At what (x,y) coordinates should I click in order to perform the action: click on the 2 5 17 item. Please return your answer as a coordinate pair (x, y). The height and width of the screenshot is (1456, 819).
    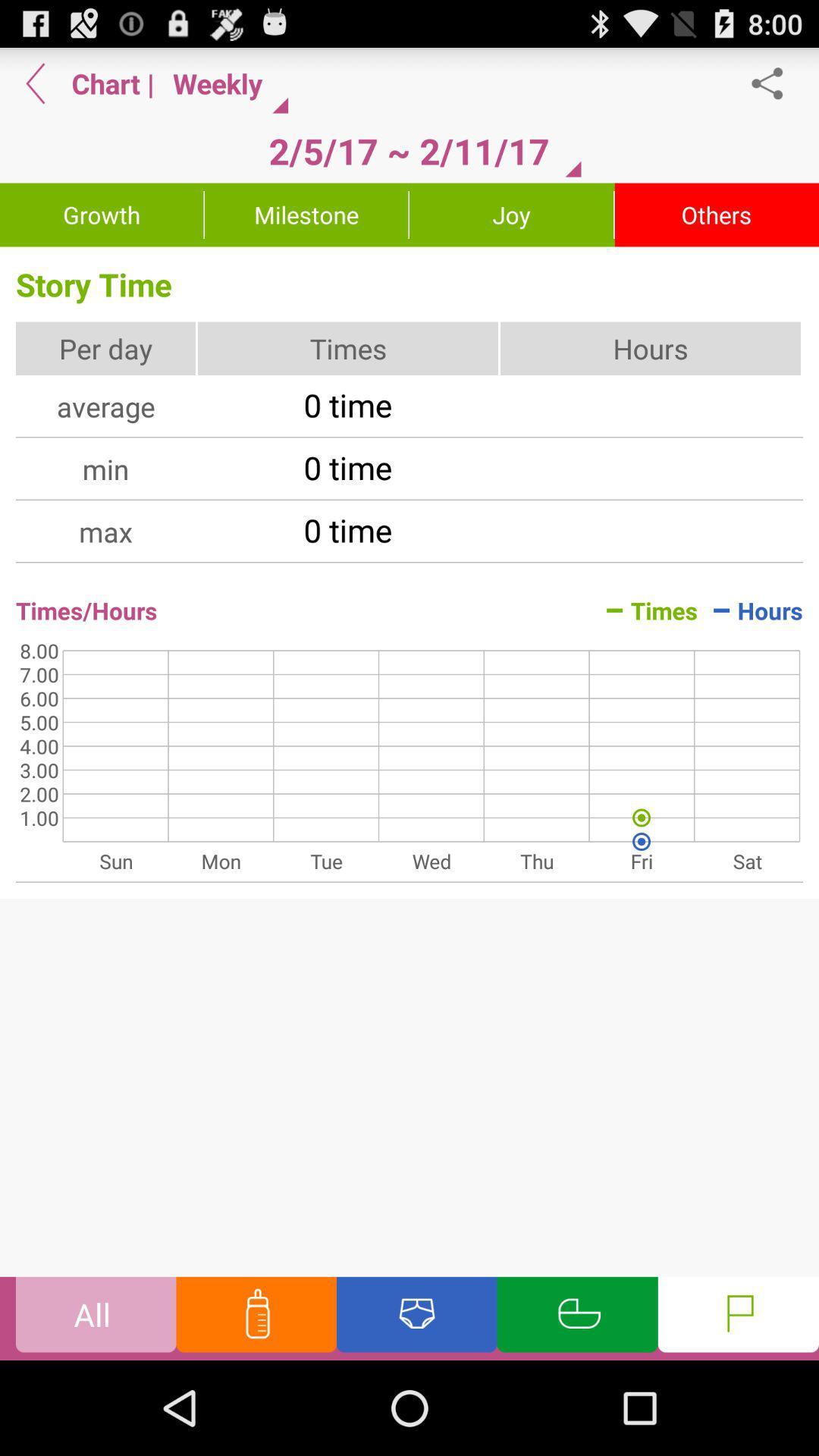
    Looking at the image, I should click on (408, 151).